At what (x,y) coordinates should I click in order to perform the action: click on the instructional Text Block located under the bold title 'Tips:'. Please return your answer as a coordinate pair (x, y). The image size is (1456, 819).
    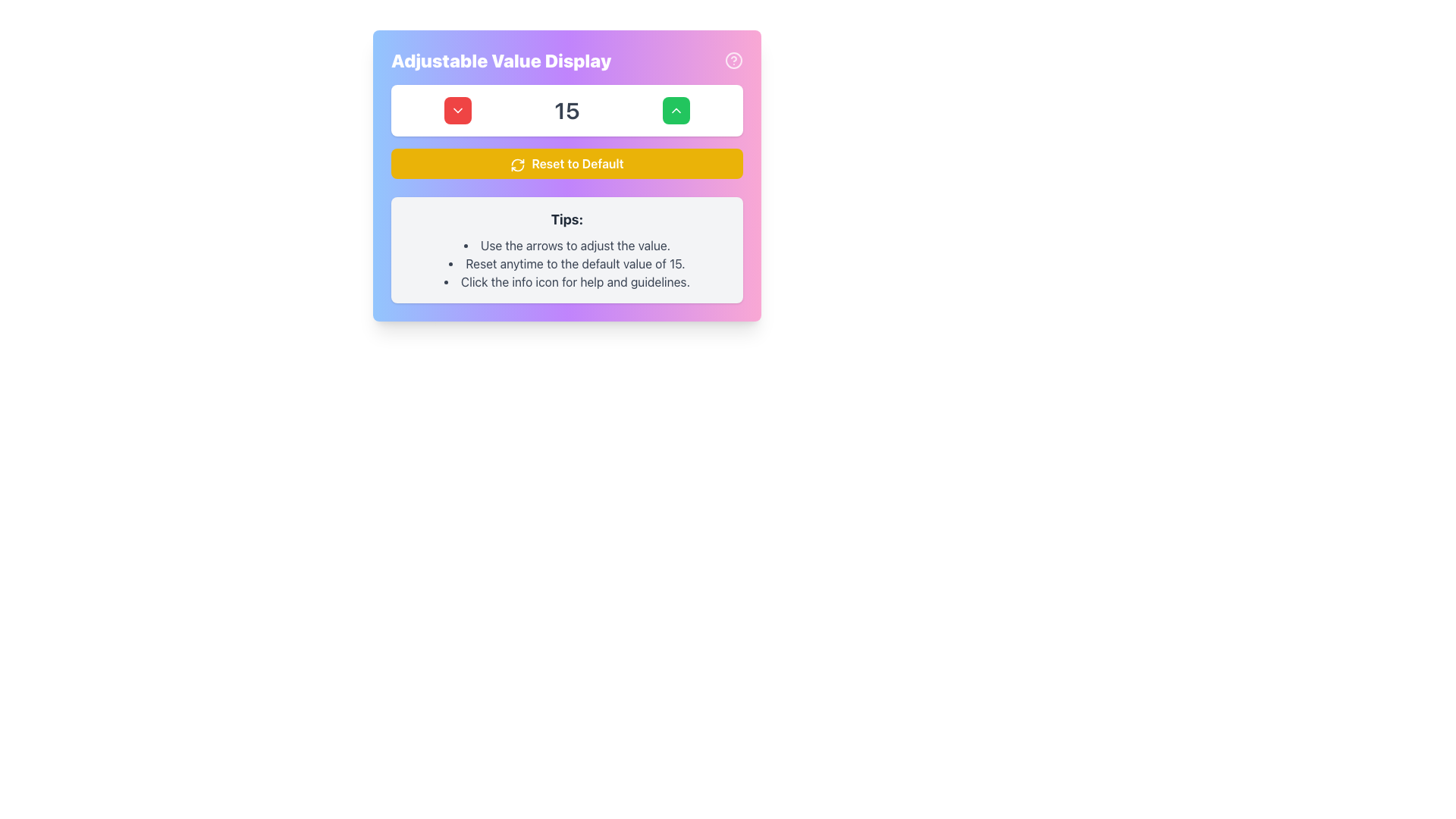
    Looking at the image, I should click on (566, 262).